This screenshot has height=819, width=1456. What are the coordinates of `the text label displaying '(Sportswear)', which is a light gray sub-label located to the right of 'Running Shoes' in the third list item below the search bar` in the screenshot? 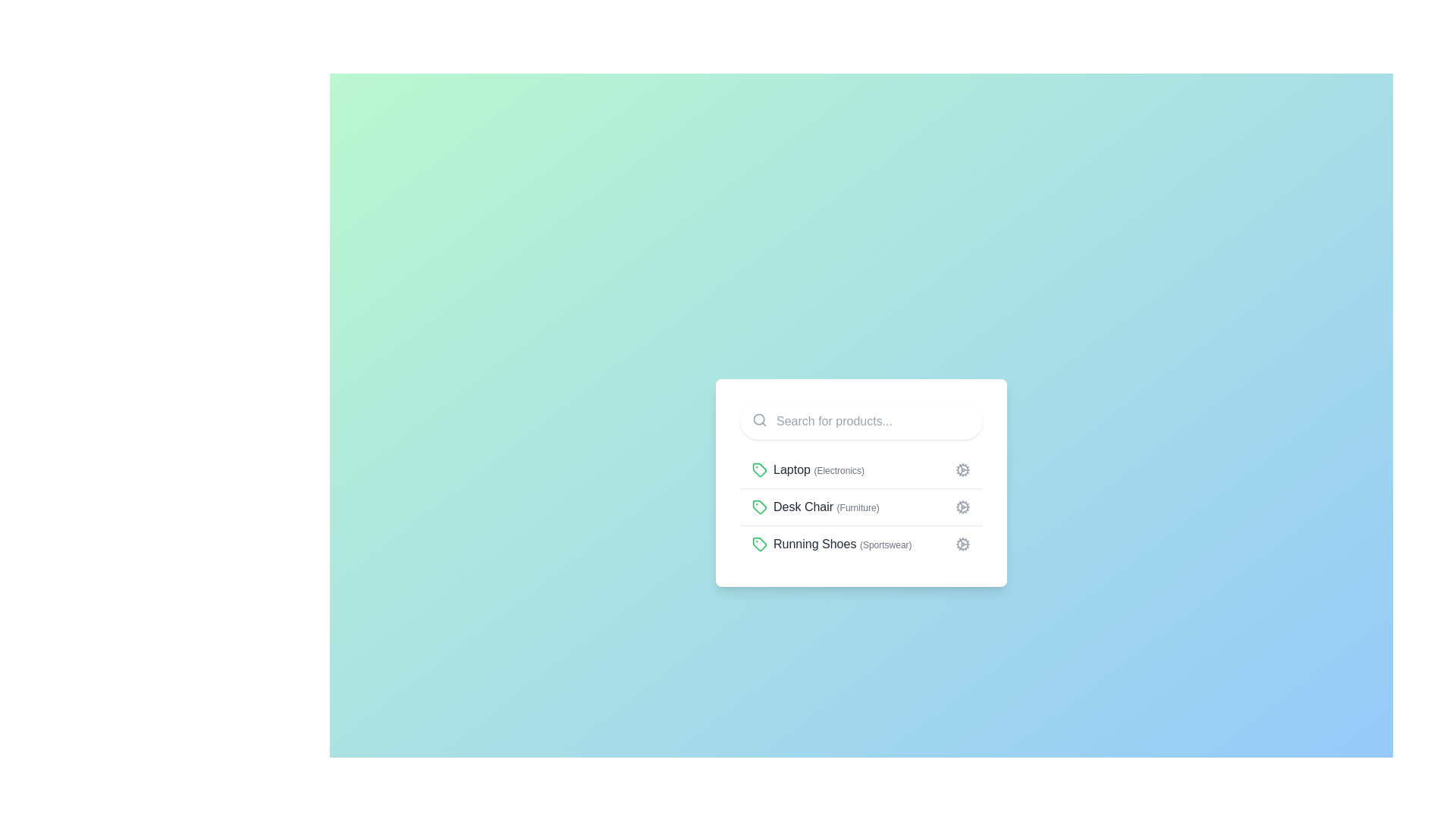 It's located at (886, 544).